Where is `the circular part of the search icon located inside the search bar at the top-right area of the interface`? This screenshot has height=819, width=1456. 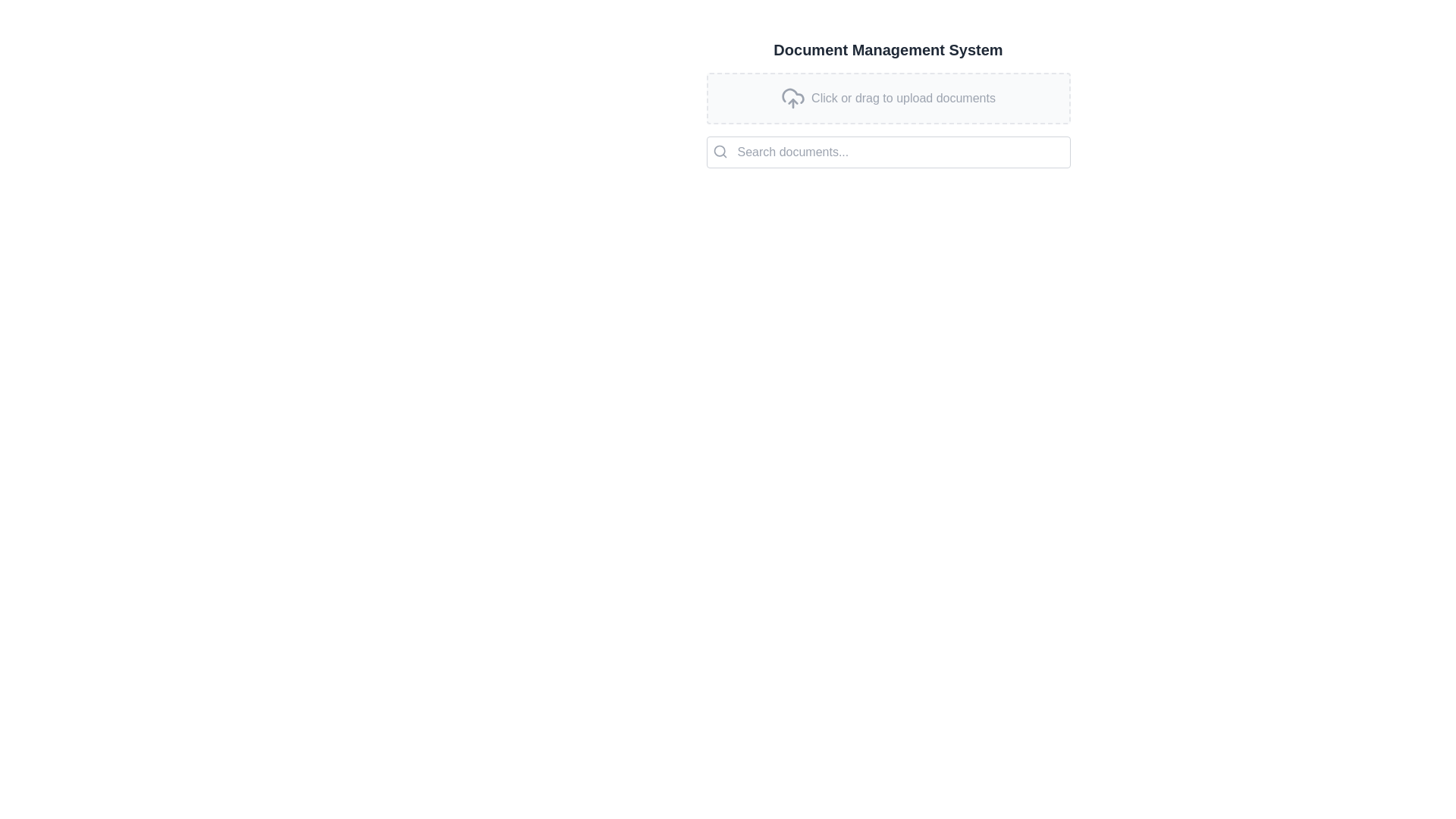 the circular part of the search icon located inside the search bar at the top-right area of the interface is located at coordinates (718, 151).